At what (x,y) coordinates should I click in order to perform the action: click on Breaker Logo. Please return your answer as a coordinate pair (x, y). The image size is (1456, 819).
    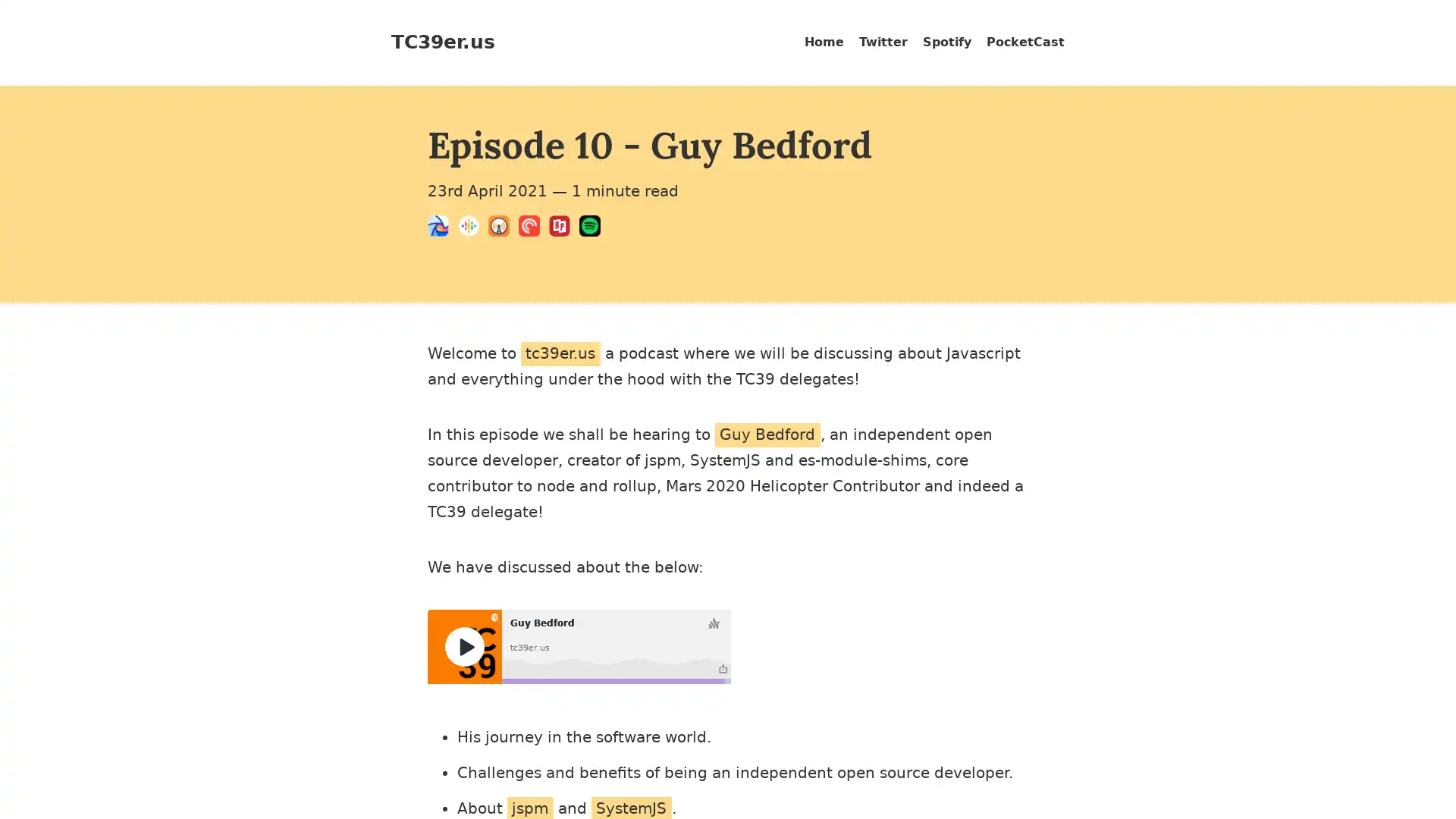
    Looking at the image, I should click on (442, 228).